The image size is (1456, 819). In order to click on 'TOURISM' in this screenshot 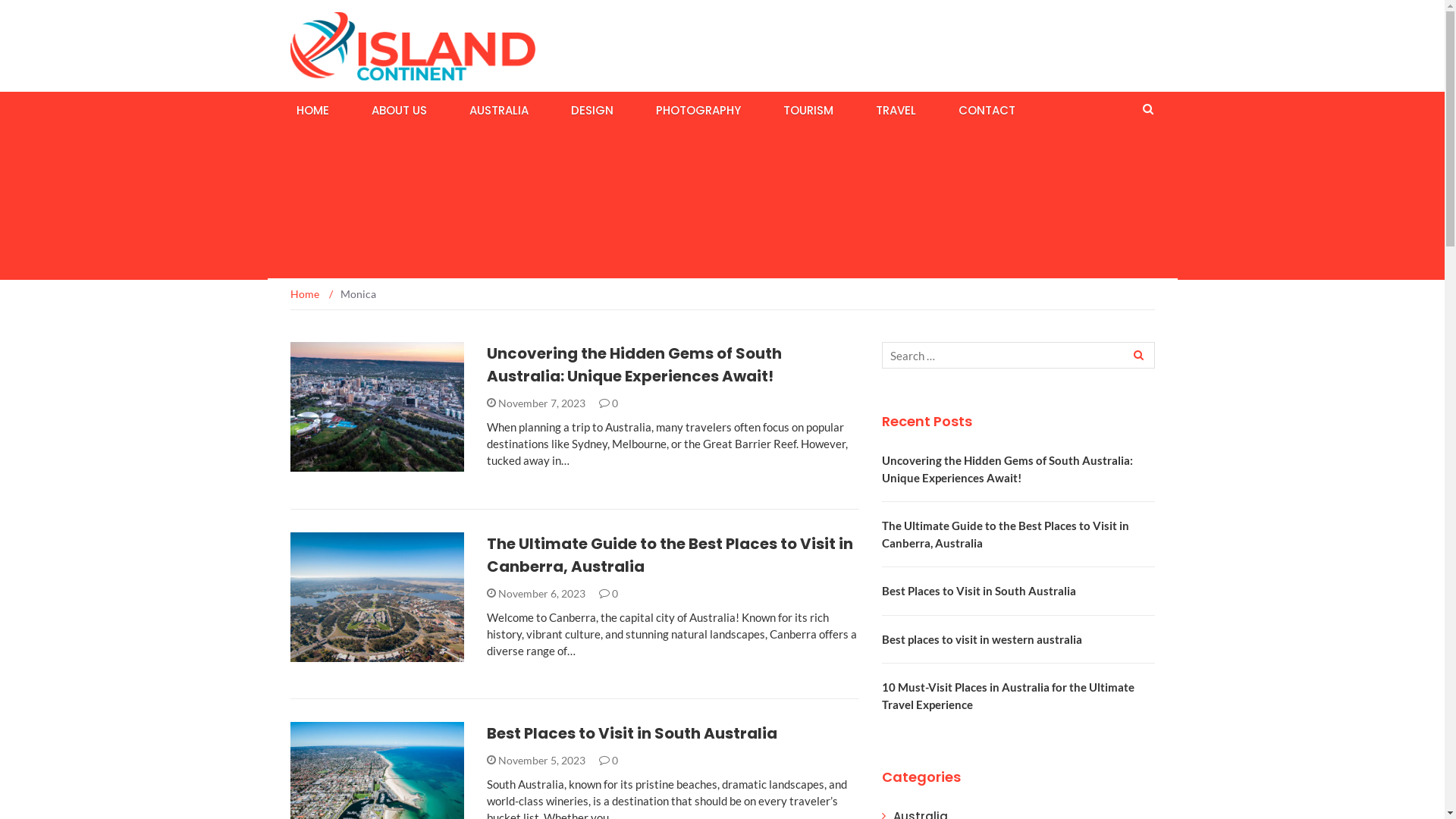, I will do `click(807, 108)`.